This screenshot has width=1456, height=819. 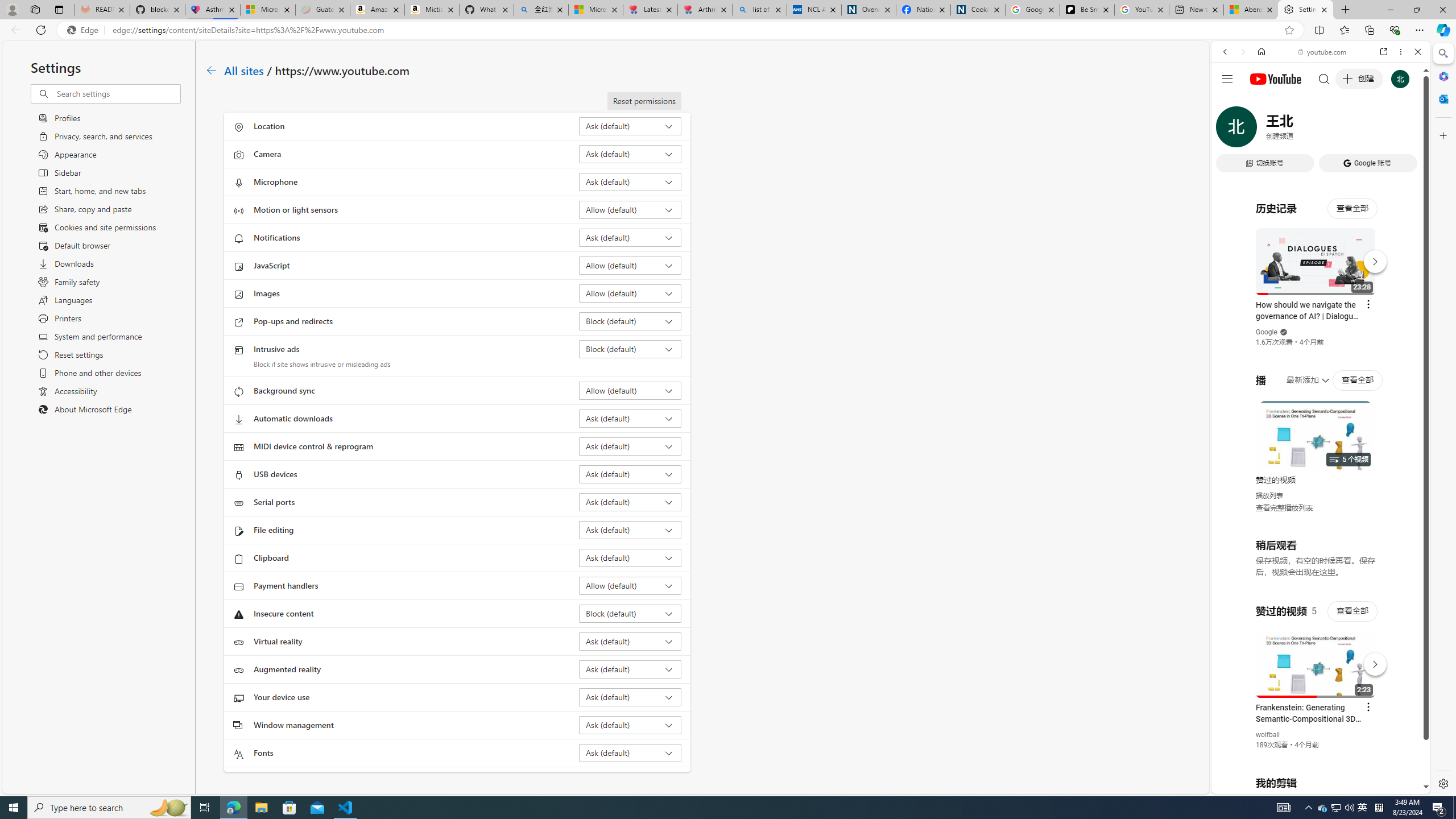 What do you see at coordinates (1312, 784) in the screenshot?
I see `'Class: dict_pnIcon rms_img'` at bounding box center [1312, 784].